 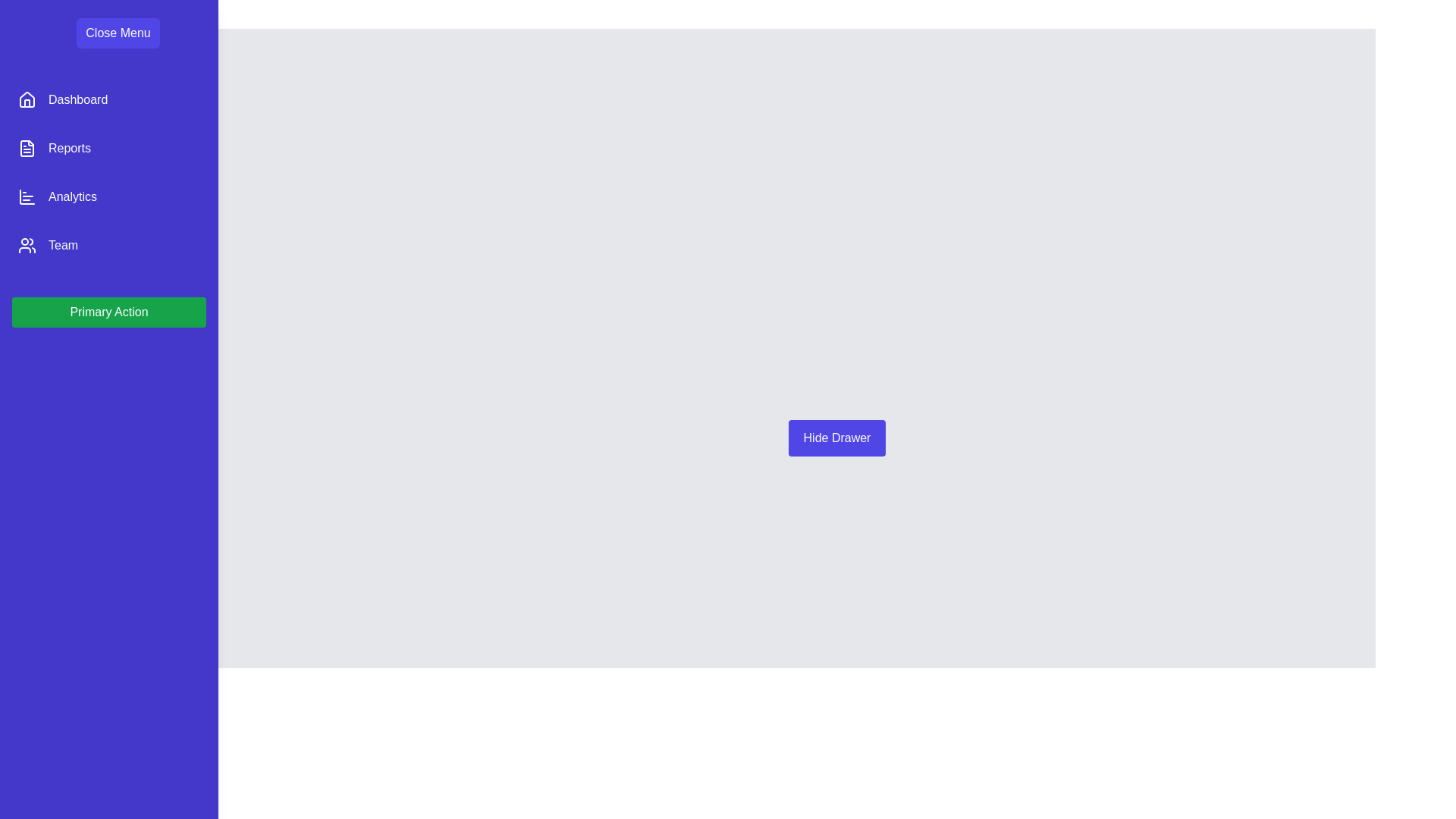 What do you see at coordinates (108, 149) in the screenshot?
I see `the menu item Reports in the sidebar` at bounding box center [108, 149].